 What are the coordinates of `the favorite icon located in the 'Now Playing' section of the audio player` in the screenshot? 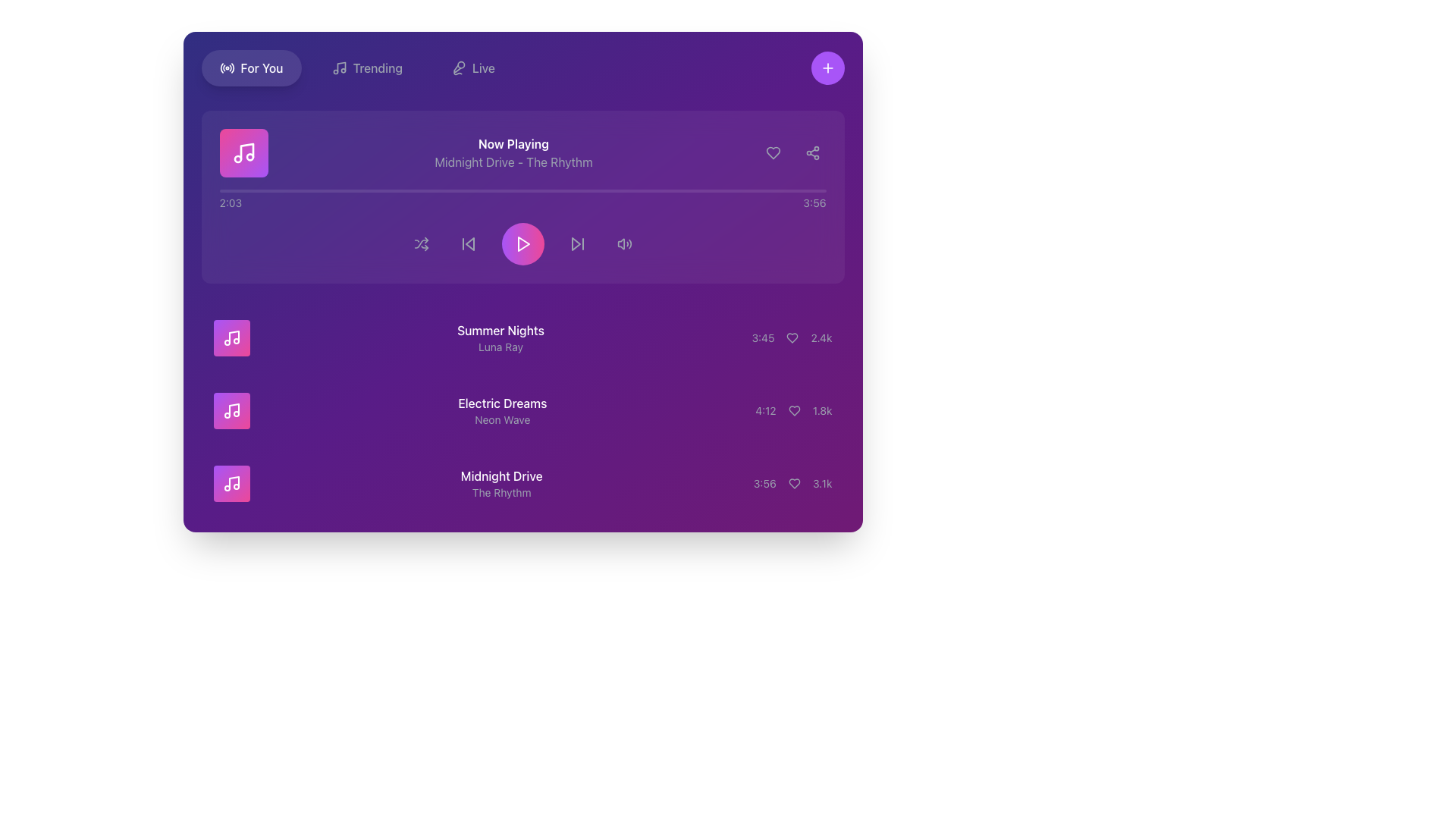 It's located at (773, 152).